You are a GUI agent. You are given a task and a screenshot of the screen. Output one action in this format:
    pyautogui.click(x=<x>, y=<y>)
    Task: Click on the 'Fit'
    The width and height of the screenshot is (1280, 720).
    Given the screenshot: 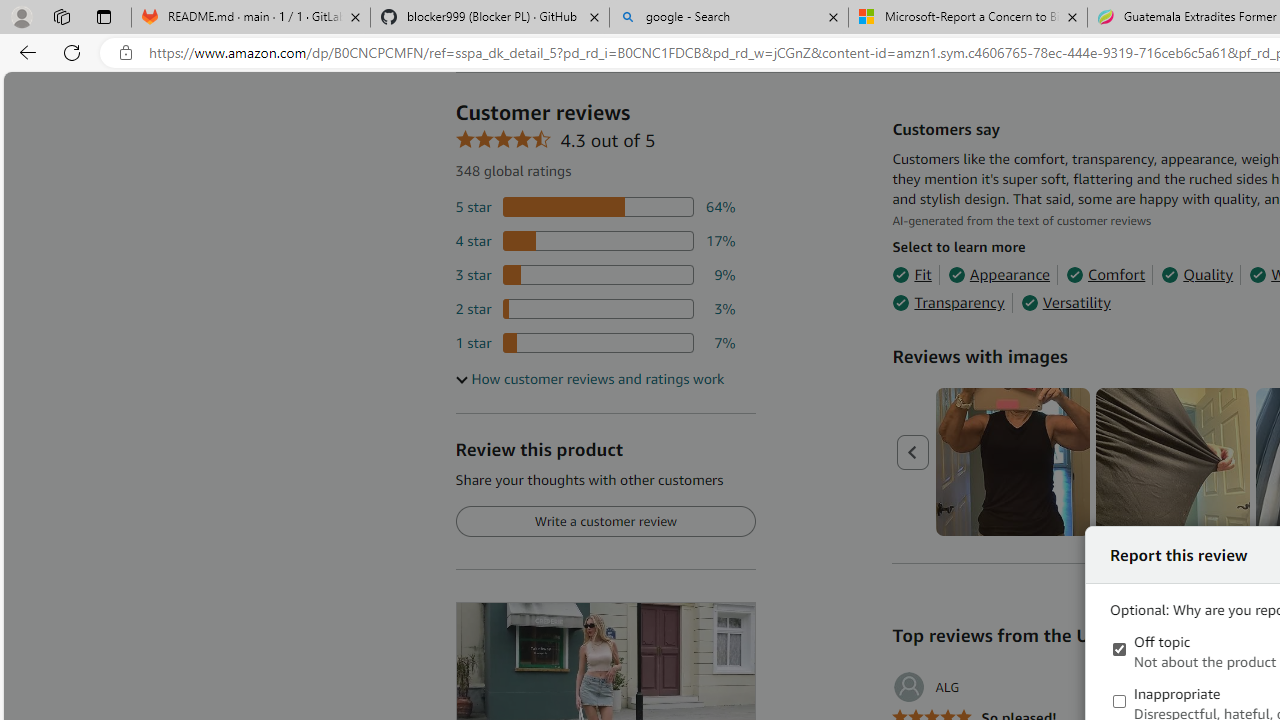 What is the action you would take?
    pyautogui.click(x=911, y=275)
    